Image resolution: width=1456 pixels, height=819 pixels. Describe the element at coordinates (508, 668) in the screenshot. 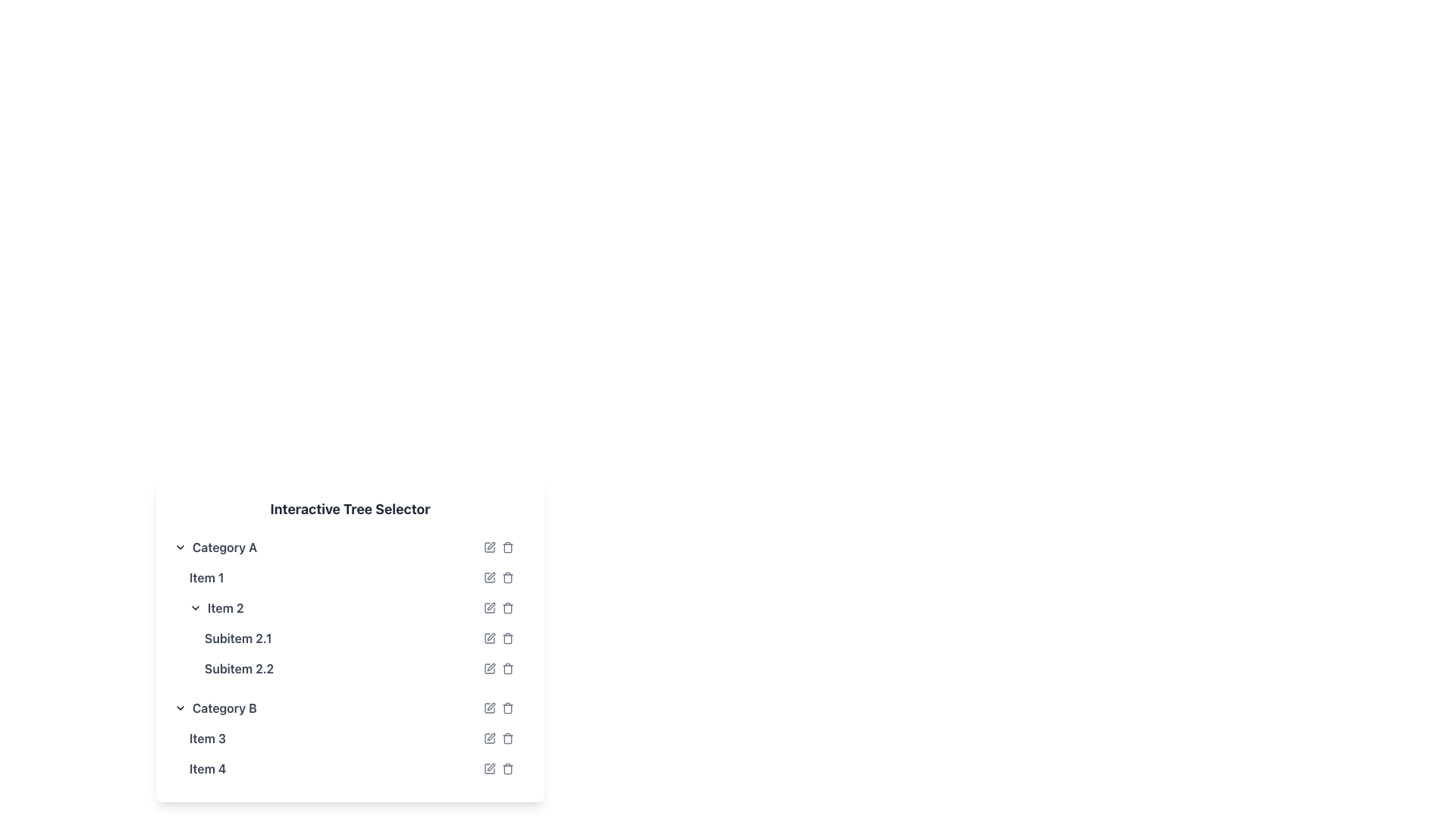

I see `the delete icon button associated with 'Subitem 2.2'` at that location.